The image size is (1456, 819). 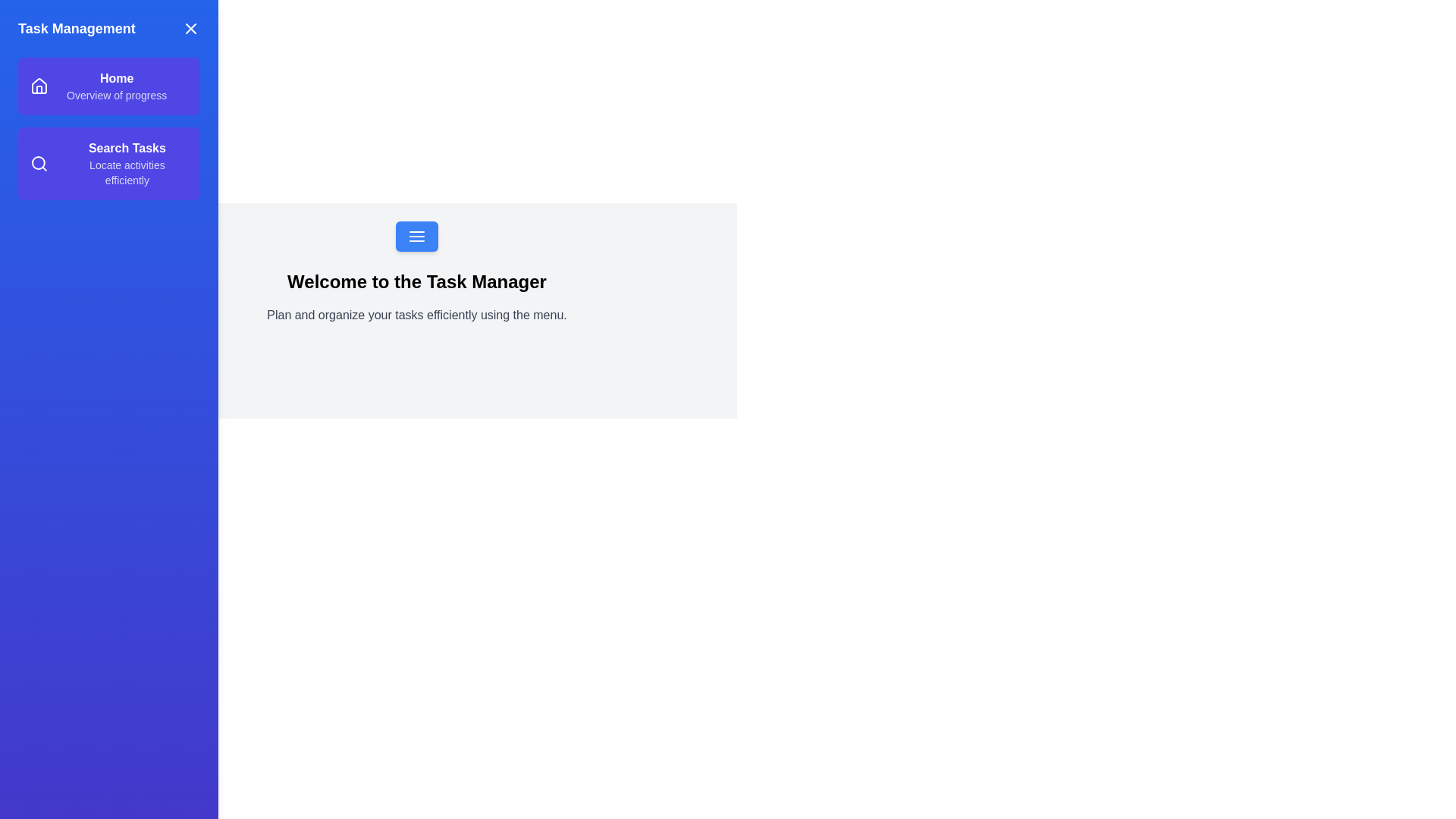 I want to click on the menu item labeled 'Search Tasks' to observe its hover effect, so click(x=108, y=164).